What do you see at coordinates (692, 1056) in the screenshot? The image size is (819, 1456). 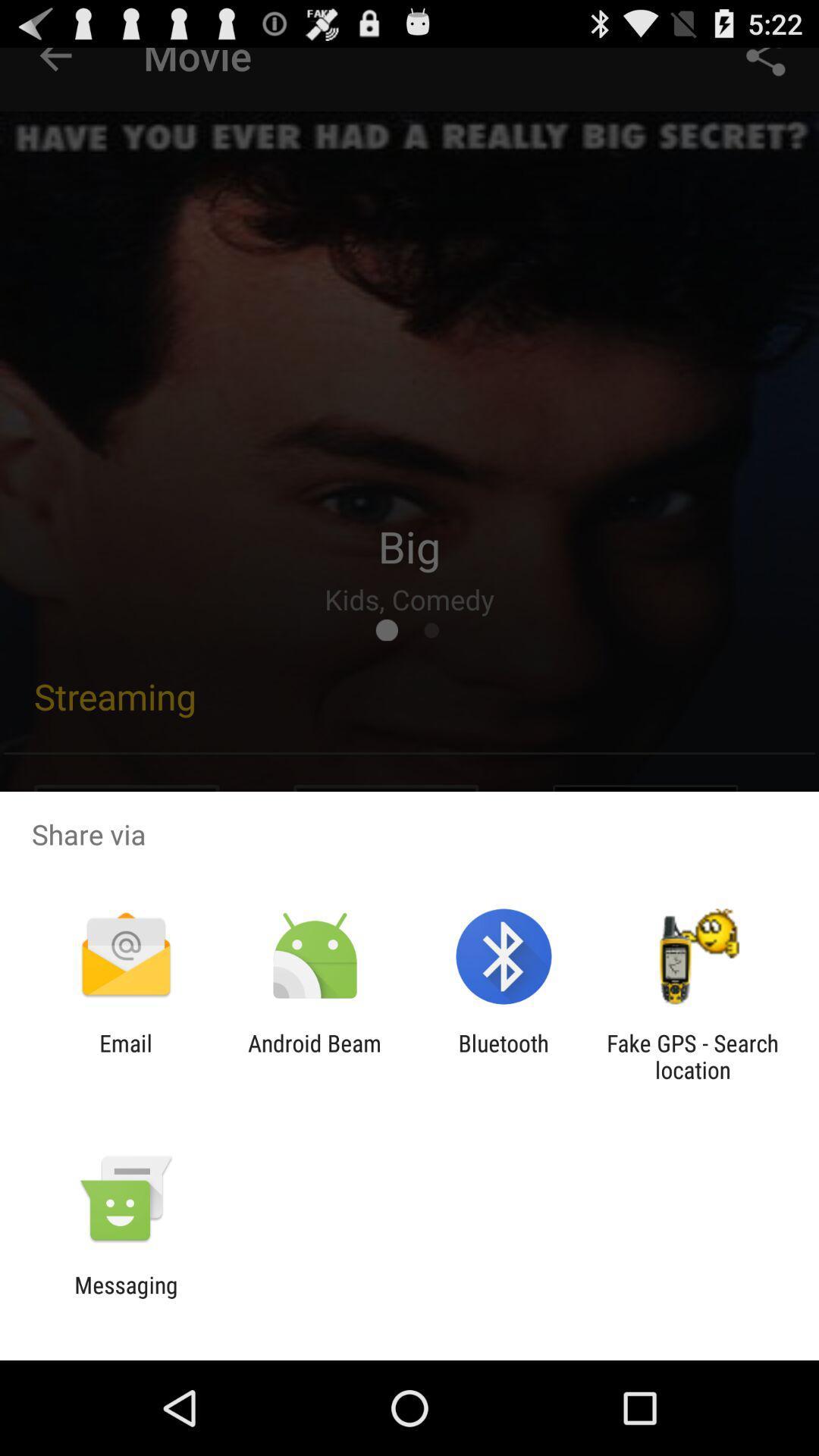 I see `the icon at the bottom right corner` at bounding box center [692, 1056].